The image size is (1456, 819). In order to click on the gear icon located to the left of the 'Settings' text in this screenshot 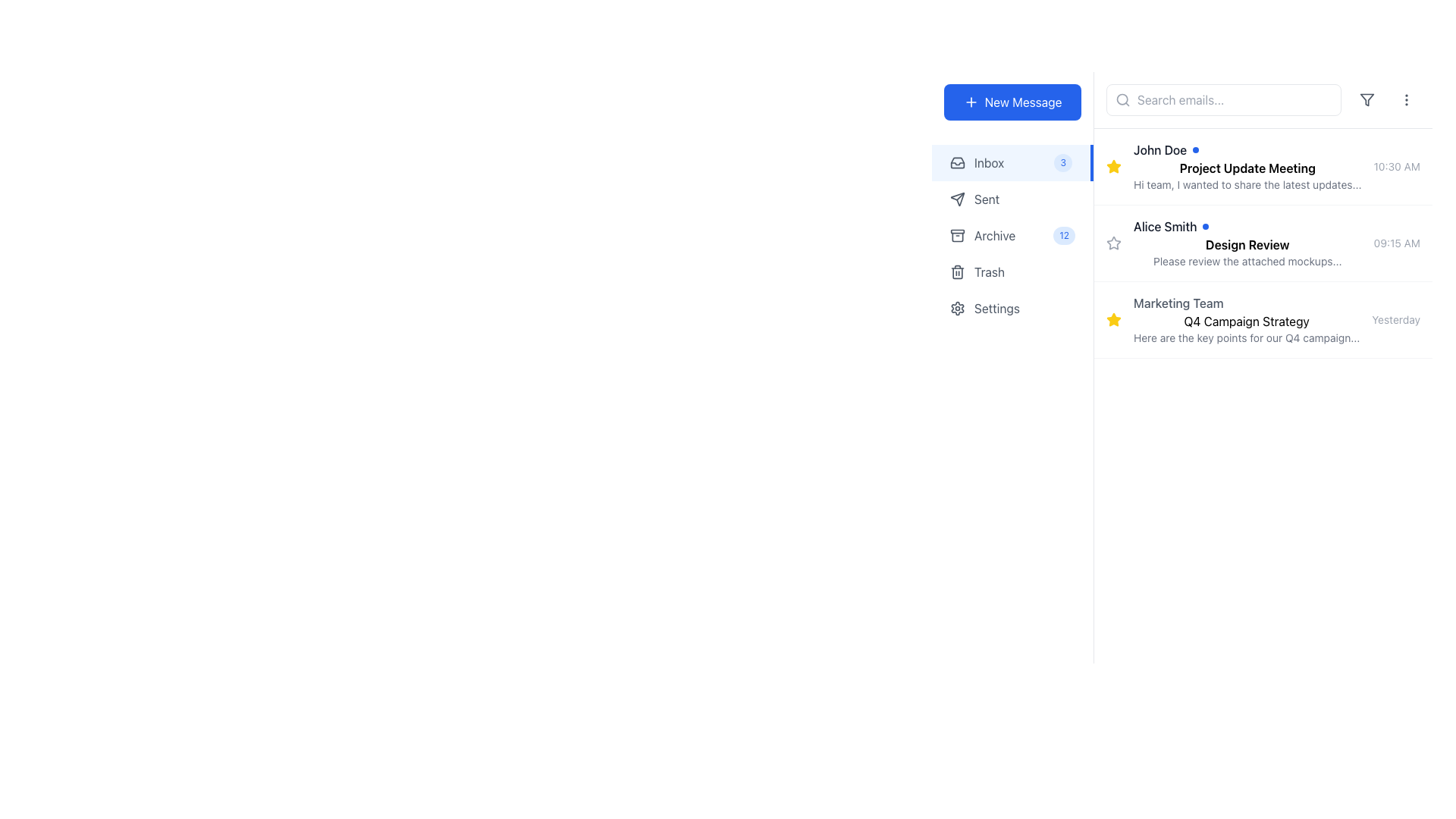, I will do `click(956, 308)`.